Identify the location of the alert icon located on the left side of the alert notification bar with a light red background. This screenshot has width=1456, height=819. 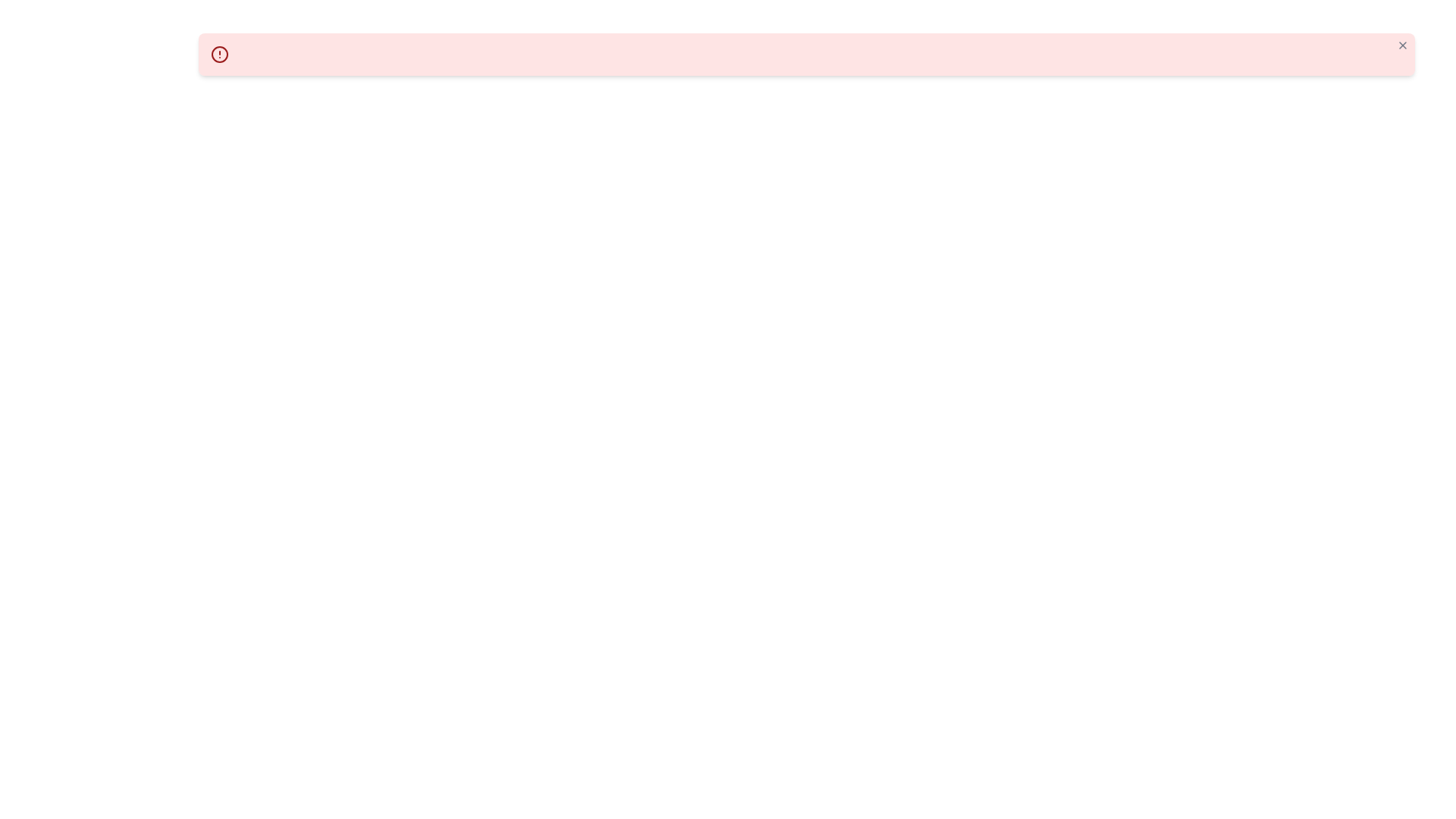
(218, 54).